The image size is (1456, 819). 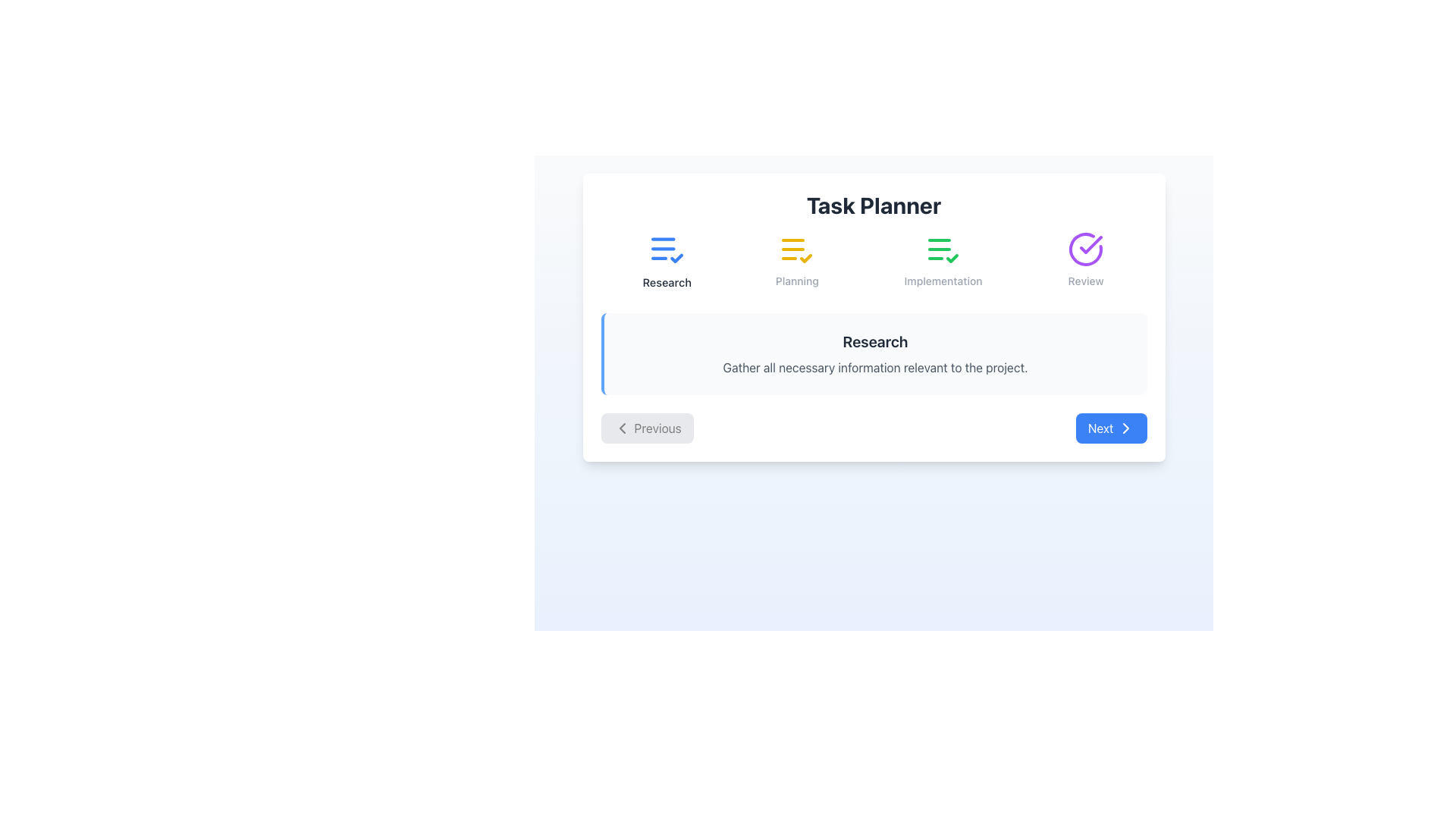 What do you see at coordinates (1085, 281) in the screenshot?
I see `the static text label indicating the 'Review' phase in the task planning process, located under the purple circular checkmark icon` at bounding box center [1085, 281].